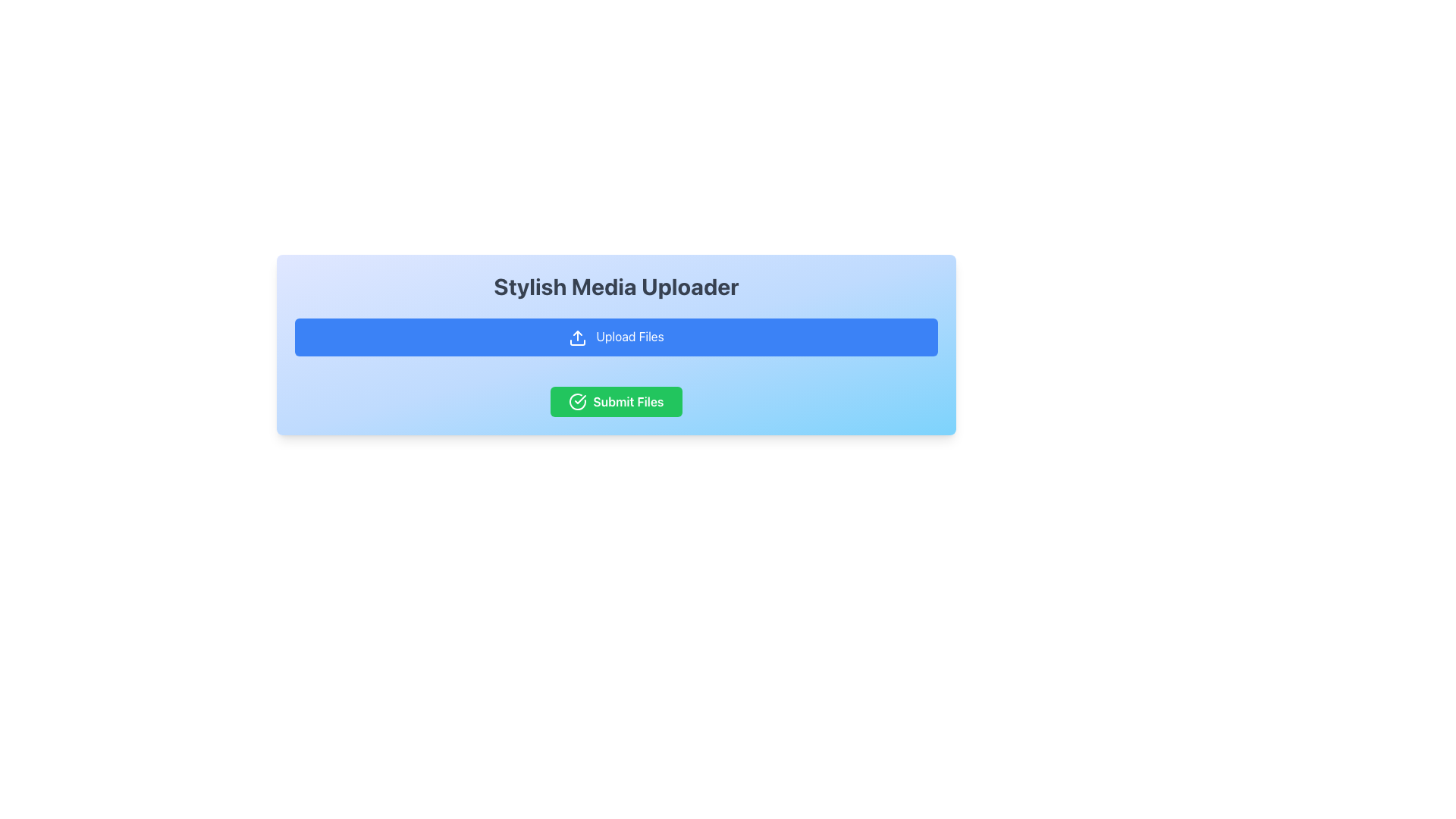 Image resolution: width=1456 pixels, height=819 pixels. I want to click on the circular green icon with a check mark, located to the left of the 'Submit Files' text on the button, so click(577, 400).